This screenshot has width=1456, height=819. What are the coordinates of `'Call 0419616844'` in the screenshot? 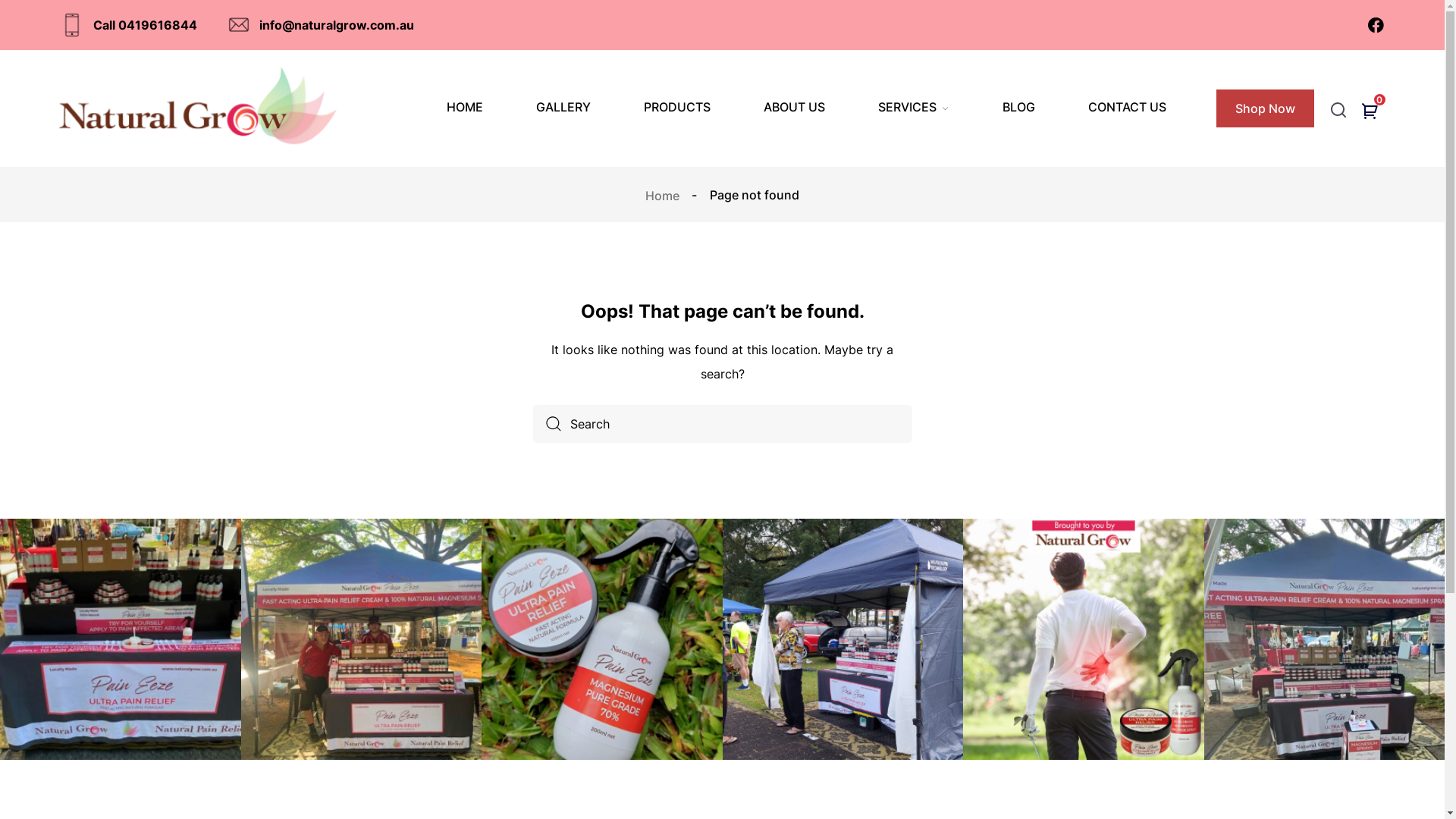 It's located at (61, 25).